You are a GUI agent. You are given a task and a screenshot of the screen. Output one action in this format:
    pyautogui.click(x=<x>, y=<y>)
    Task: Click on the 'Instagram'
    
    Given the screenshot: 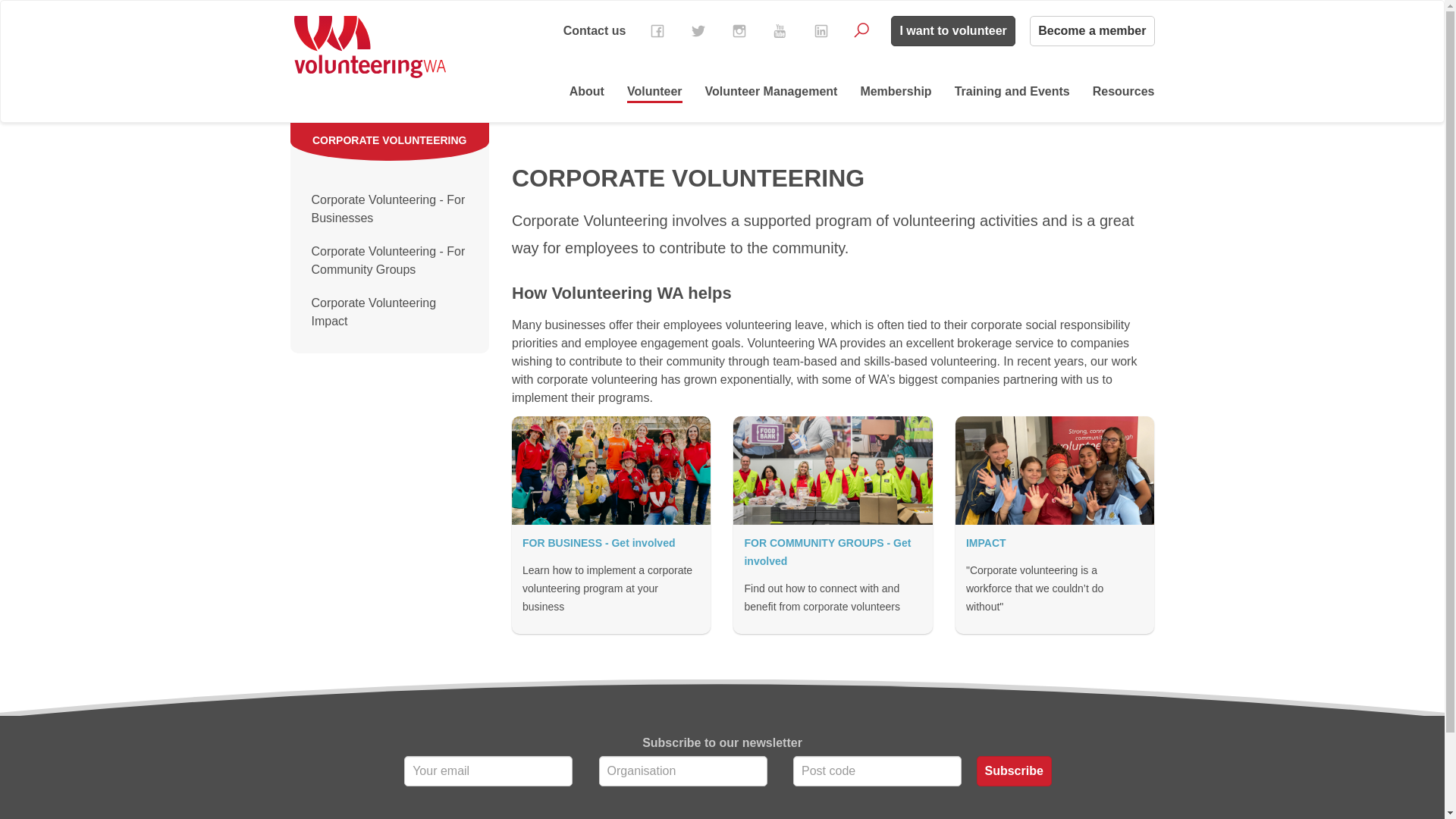 What is the action you would take?
    pyautogui.click(x=739, y=31)
    